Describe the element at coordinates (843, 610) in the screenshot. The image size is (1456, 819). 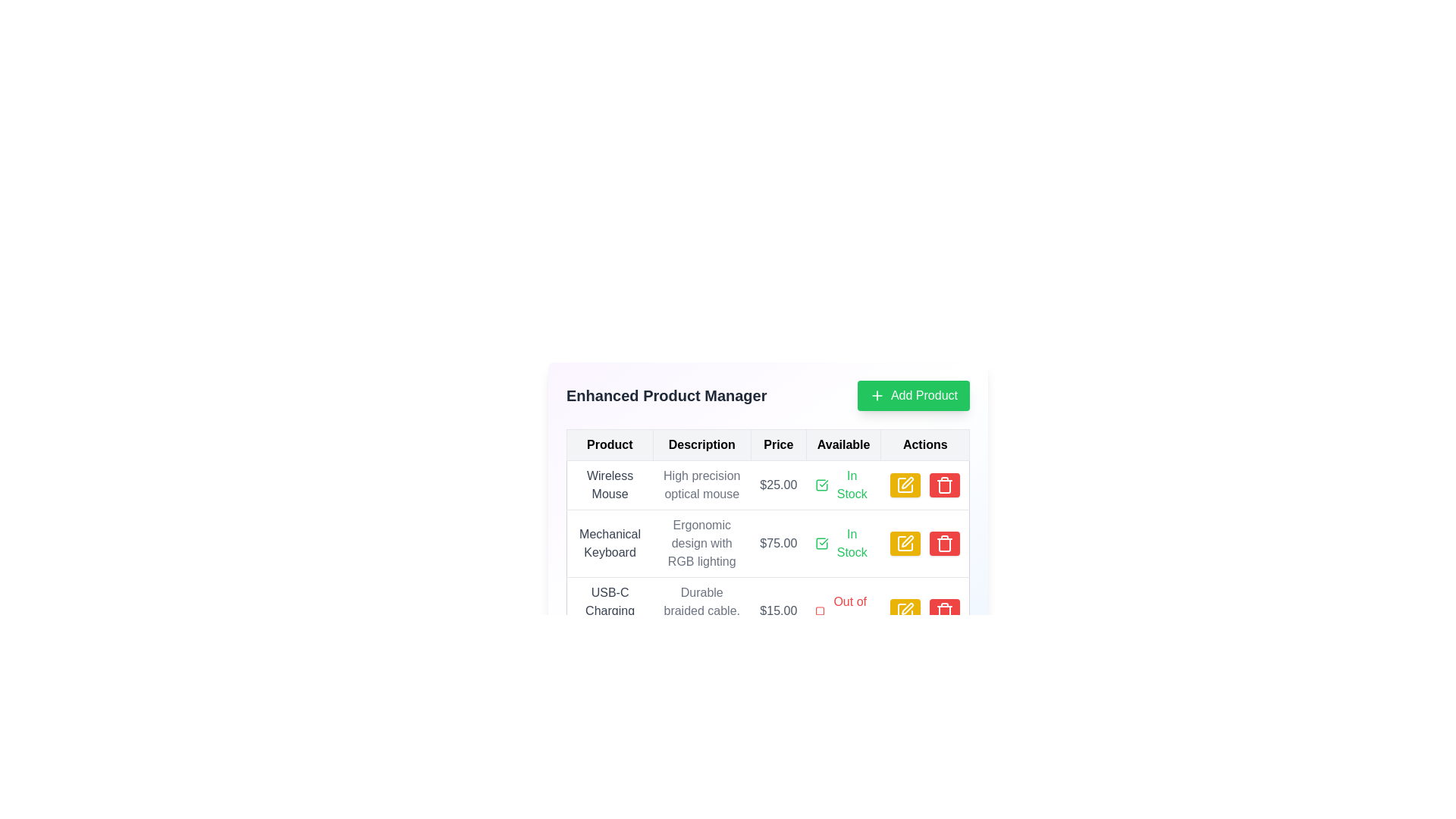
I see `the 'Unavailable' text label with an associated icon in the 'Available' column of the third row in the product information table` at that location.